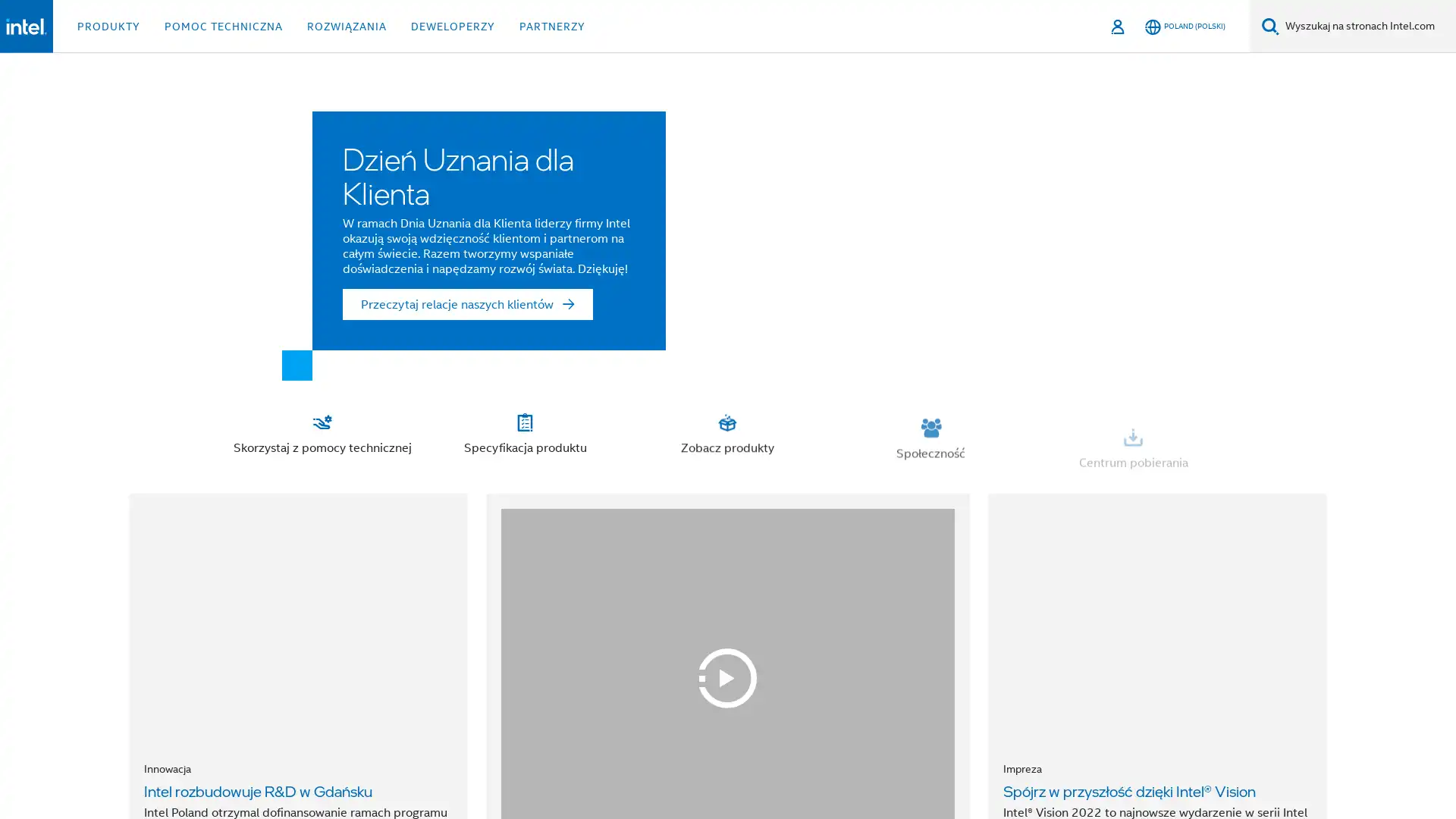 This screenshot has height=819, width=1456. I want to click on Poland (Polski), so click(1185, 26).